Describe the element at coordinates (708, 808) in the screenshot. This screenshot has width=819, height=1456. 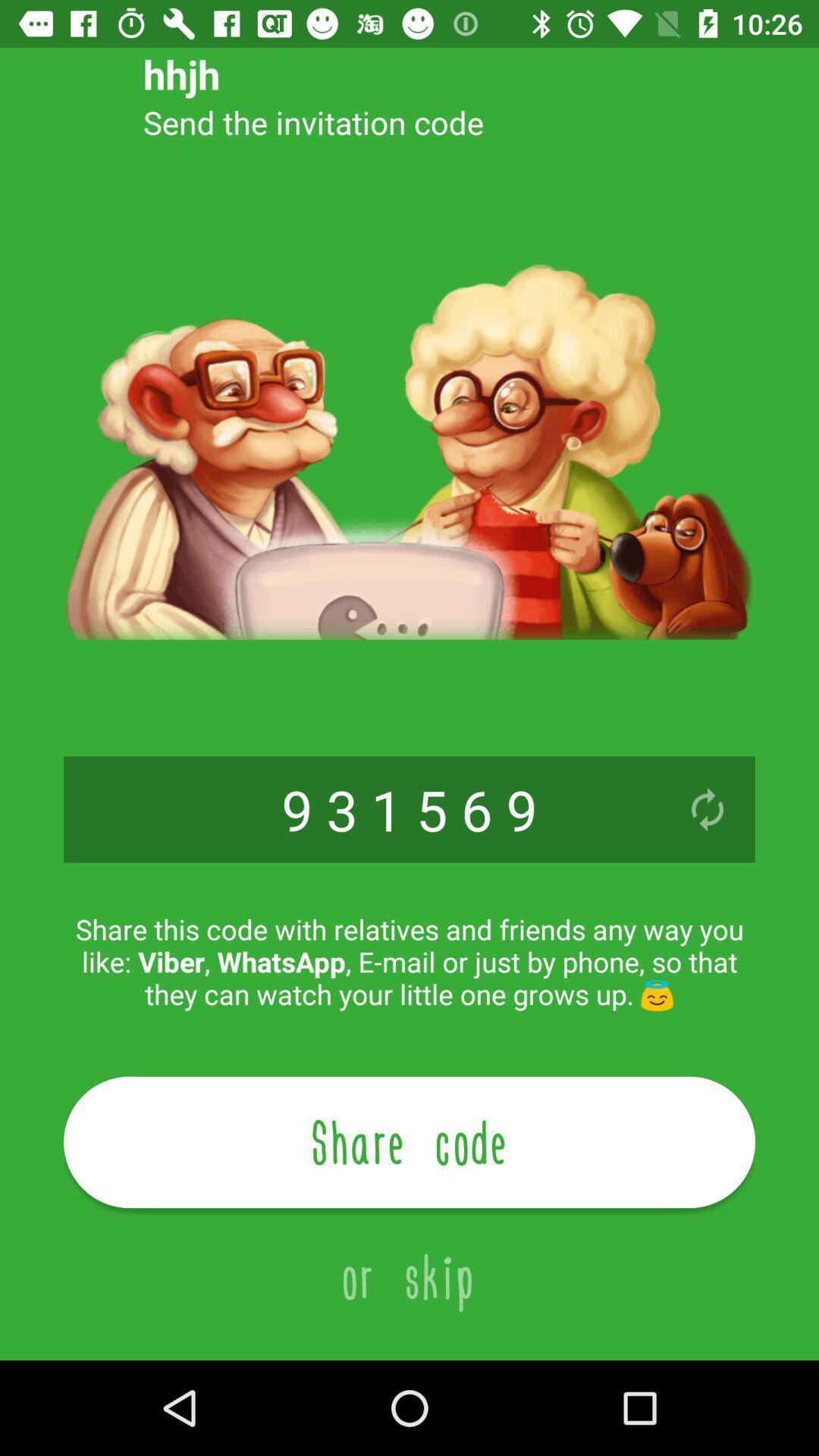
I see `item next to 9 3 1 icon` at that location.